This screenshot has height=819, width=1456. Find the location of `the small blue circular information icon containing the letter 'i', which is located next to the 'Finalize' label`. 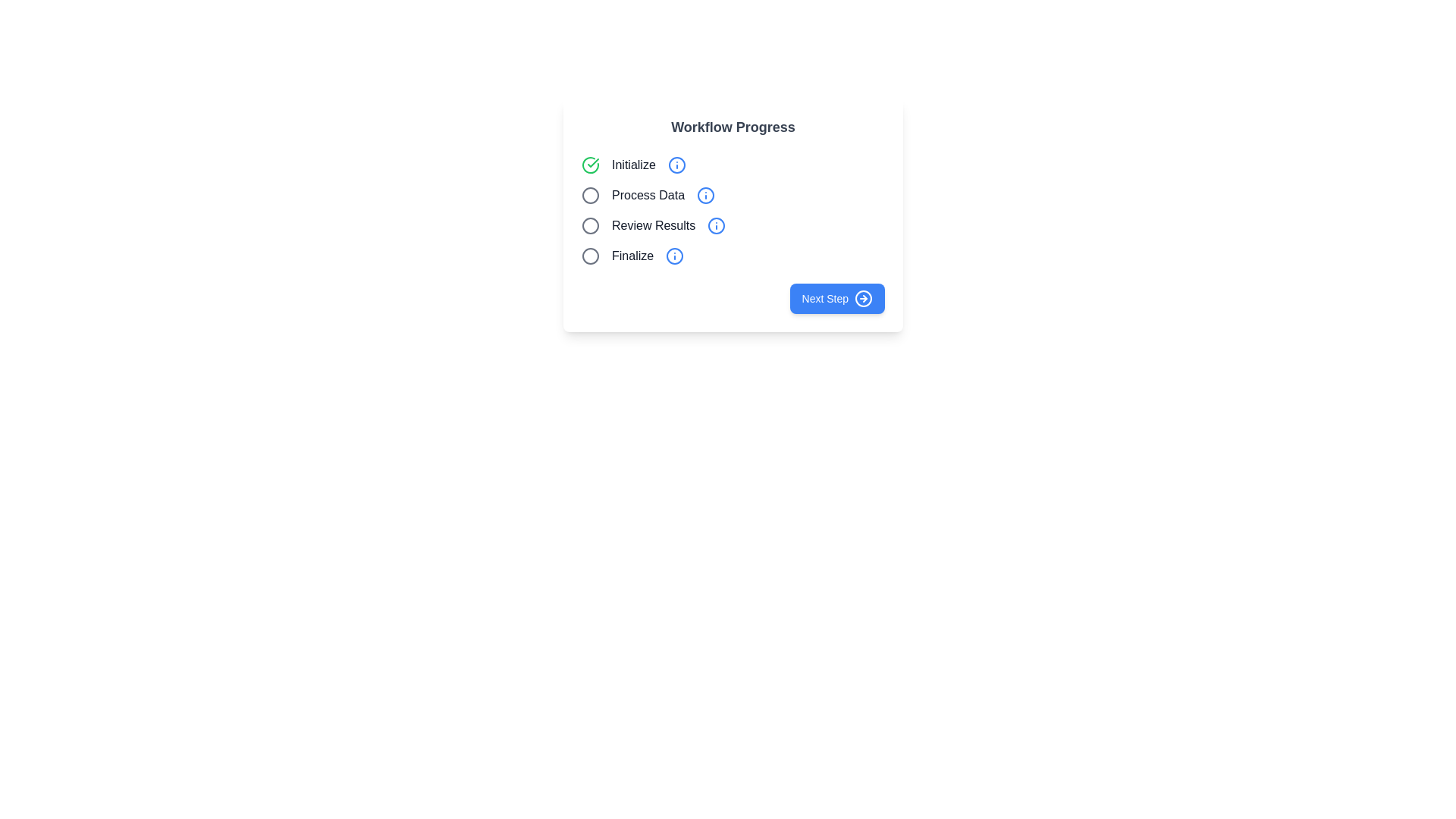

the small blue circular information icon containing the letter 'i', which is located next to the 'Finalize' label is located at coordinates (674, 256).